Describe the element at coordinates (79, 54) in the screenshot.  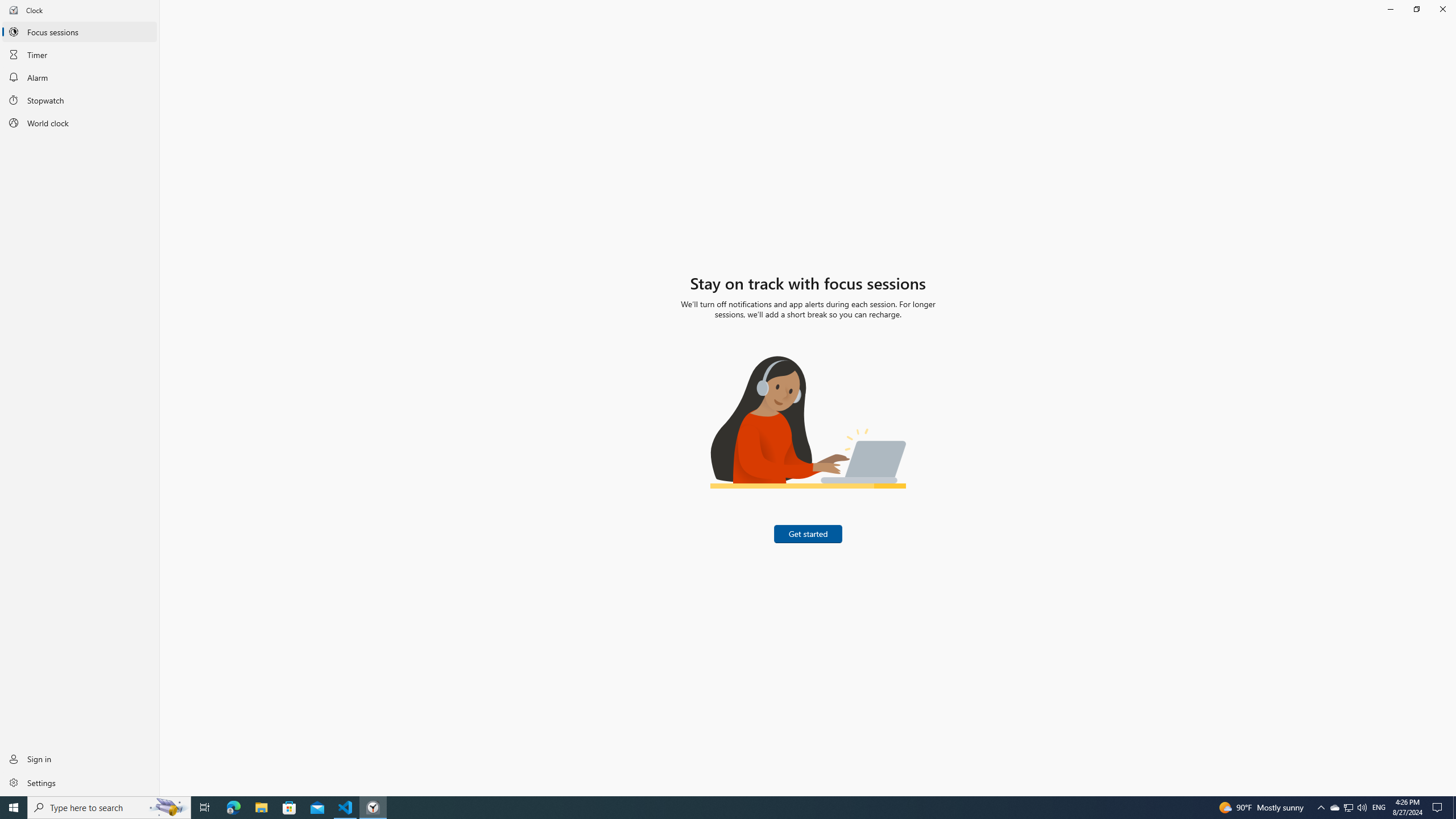
I see `'Timer'` at that location.